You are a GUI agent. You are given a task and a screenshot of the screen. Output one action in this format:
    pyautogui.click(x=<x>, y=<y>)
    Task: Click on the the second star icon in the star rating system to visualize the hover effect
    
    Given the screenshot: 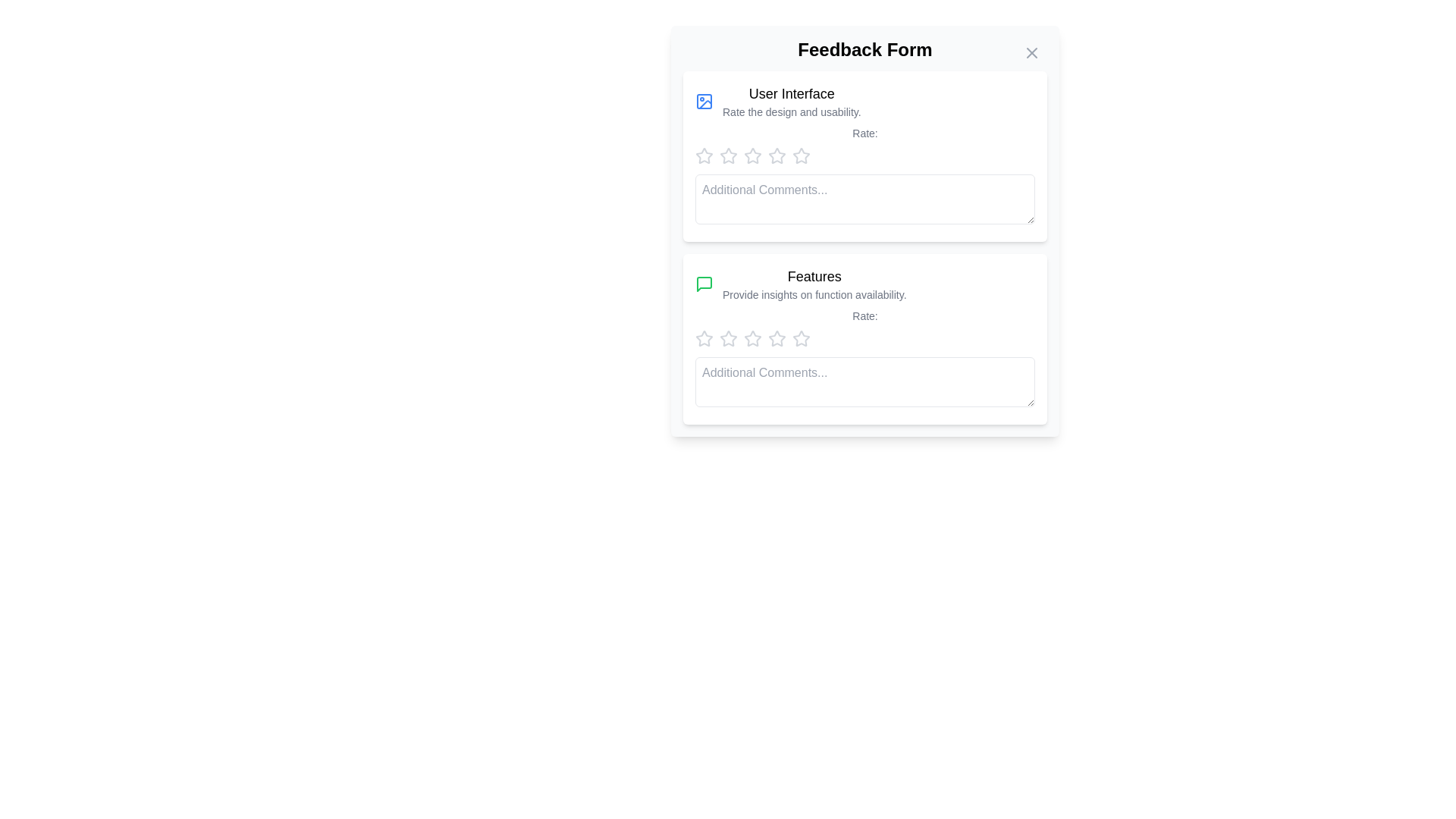 What is the action you would take?
    pyautogui.click(x=728, y=338)
    